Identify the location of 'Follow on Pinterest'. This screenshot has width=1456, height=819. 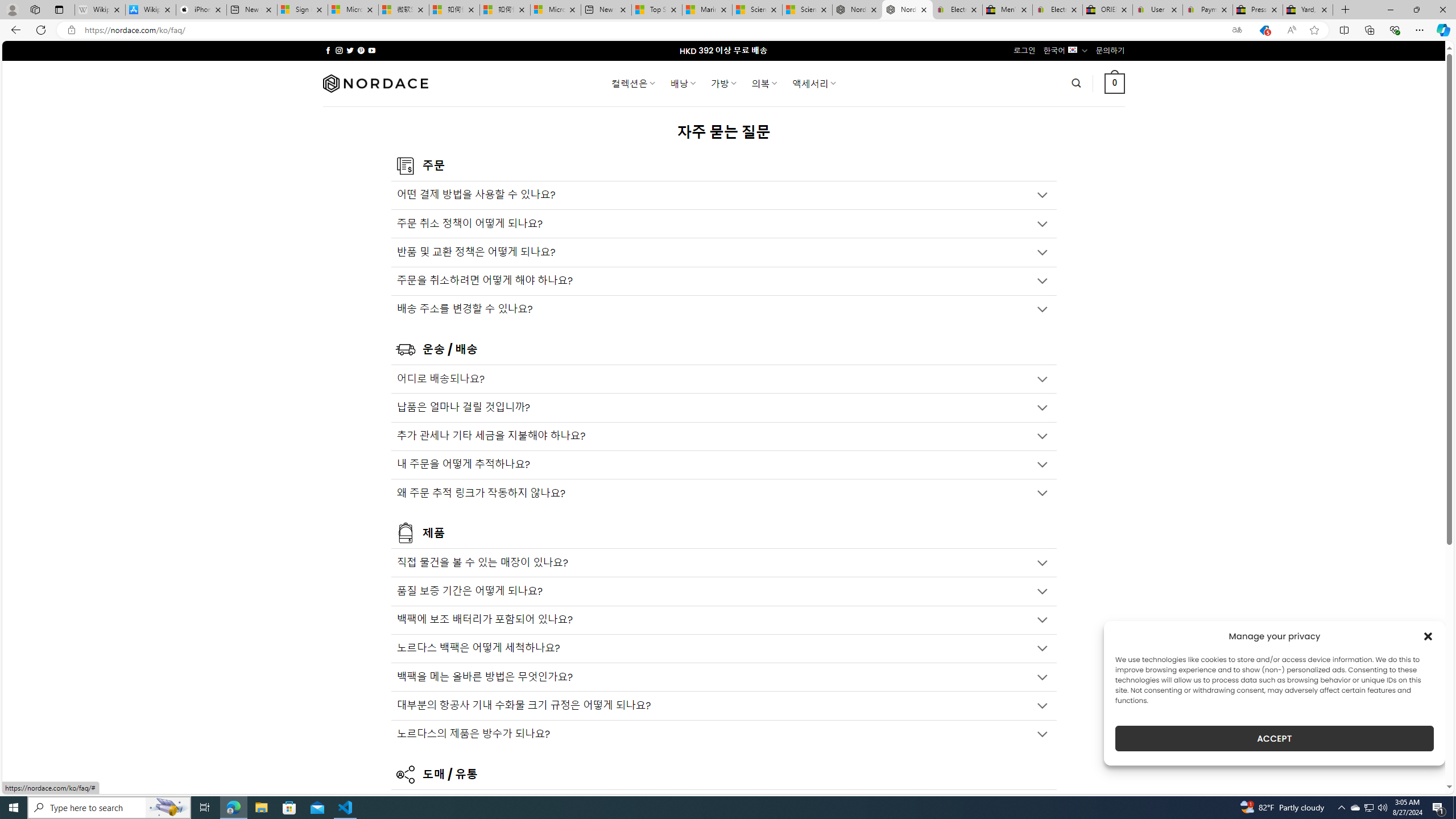
(359, 50).